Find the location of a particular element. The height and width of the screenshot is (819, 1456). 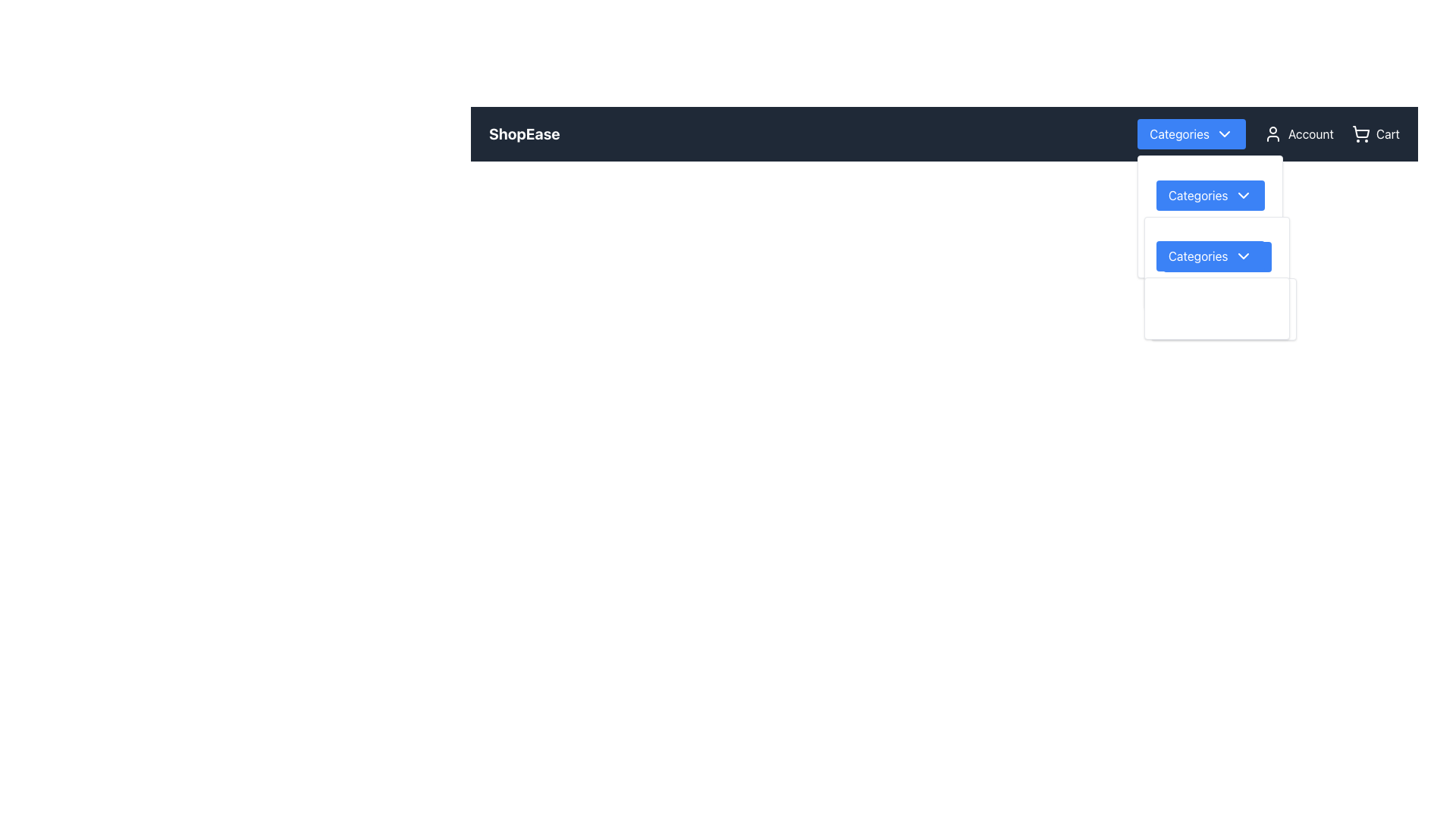

the 'ShopEase' branding logo text located at the start of the header section is located at coordinates (524, 133).